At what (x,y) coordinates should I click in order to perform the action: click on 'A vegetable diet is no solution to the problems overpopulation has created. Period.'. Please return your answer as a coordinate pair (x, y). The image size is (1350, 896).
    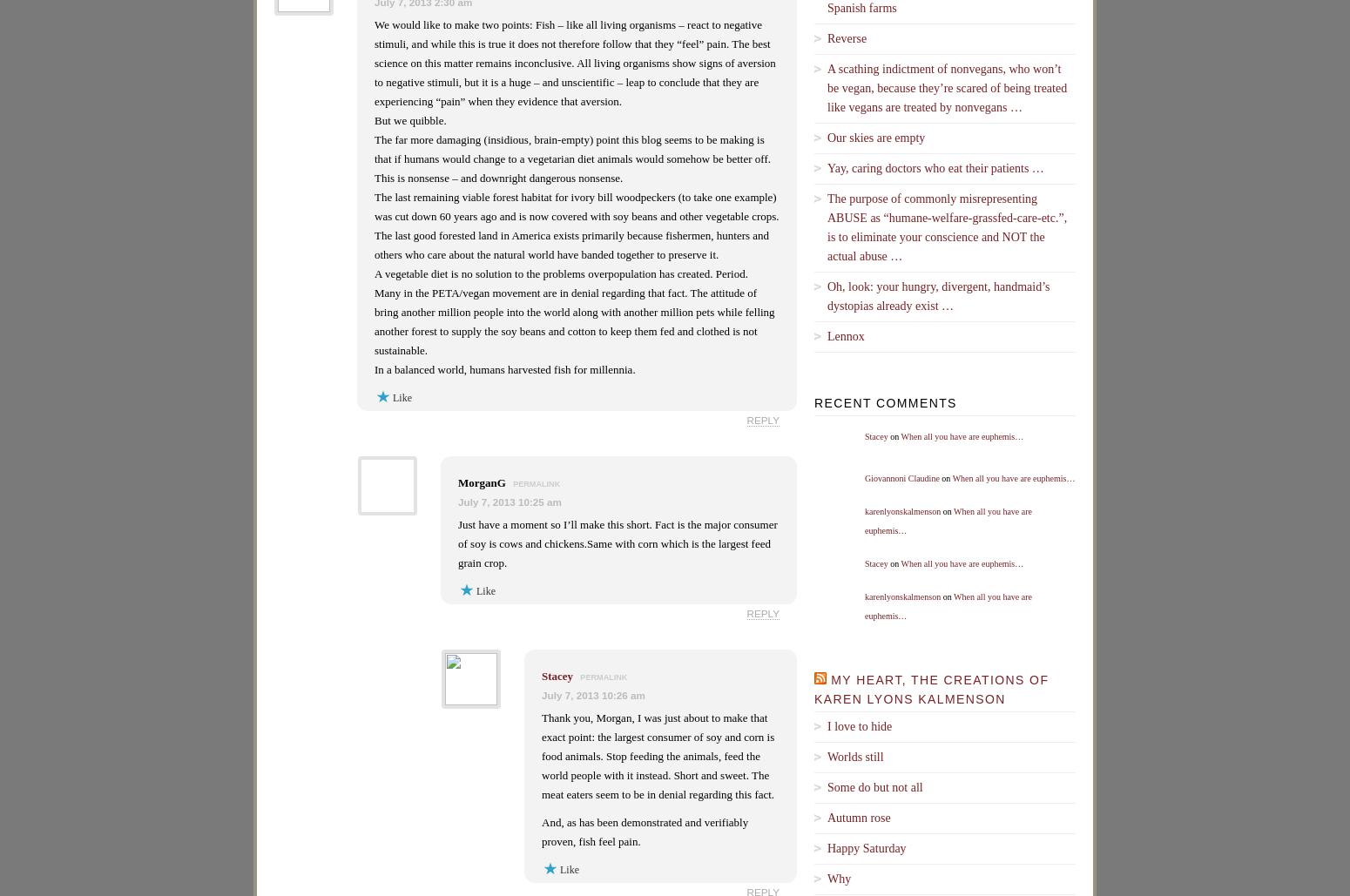
    Looking at the image, I should click on (374, 273).